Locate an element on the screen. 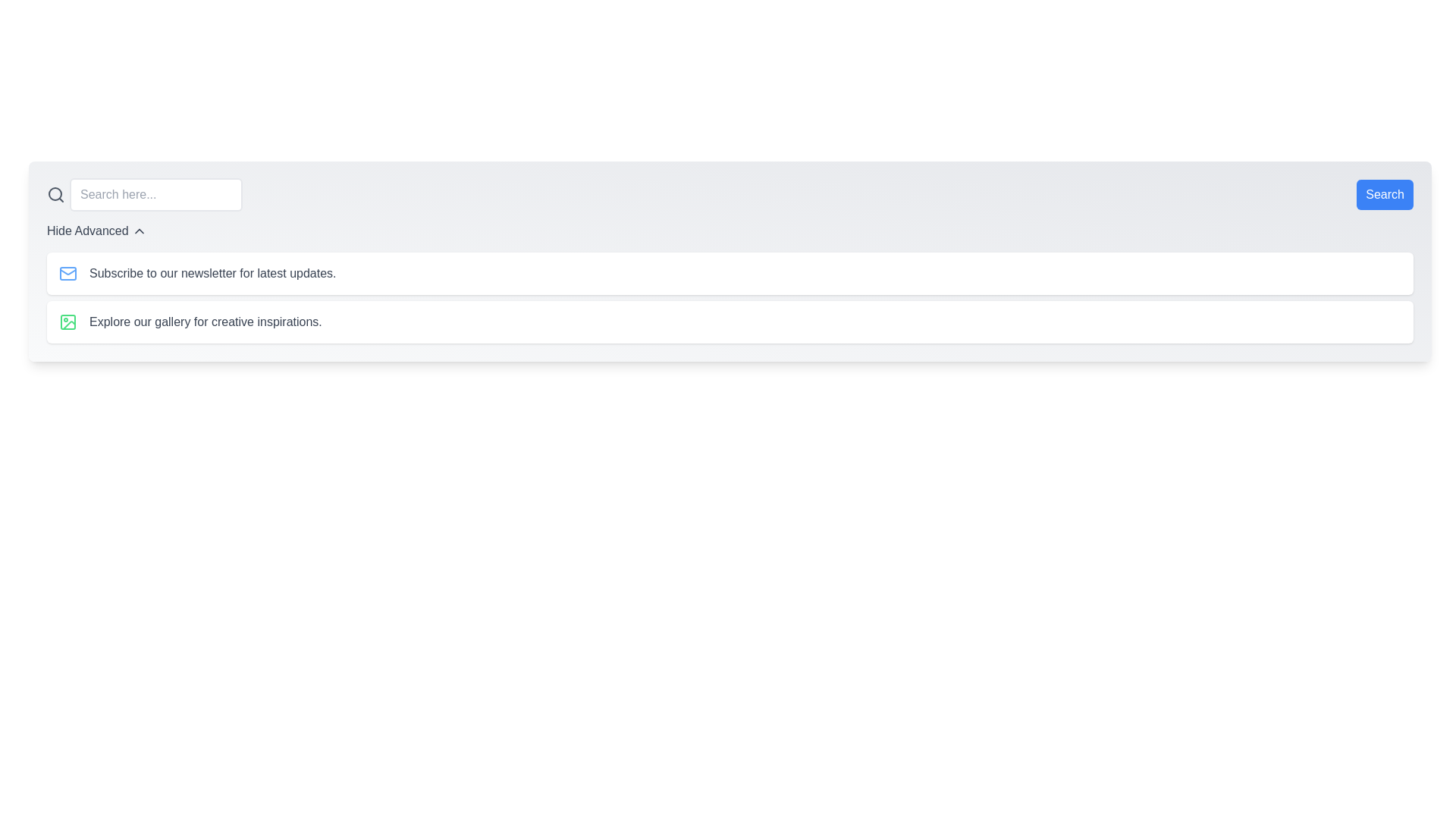 The height and width of the screenshot is (819, 1456). 'Hide Advanced' button, which is a clickable text block styled in gray and located near the top-left of the interface, for debugging purposes is located at coordinates (96, 231).